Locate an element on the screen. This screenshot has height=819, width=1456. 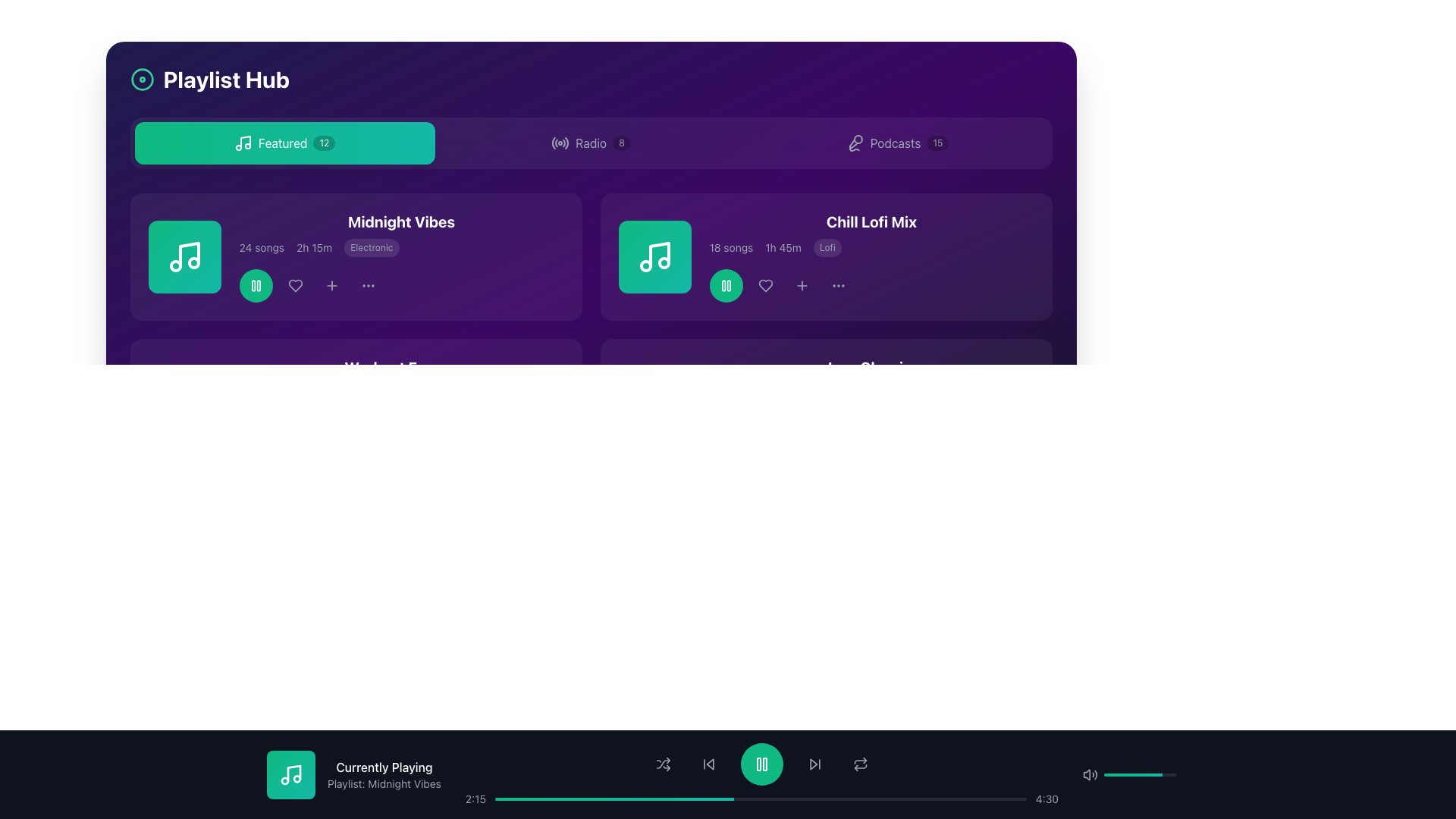
the first button in the navigation bar that has a gradient background from emerald green to teal, displays a music icon, the text 'Featured' in white, and a badge with the number '12' on the right is located at coordinates (284, 143).